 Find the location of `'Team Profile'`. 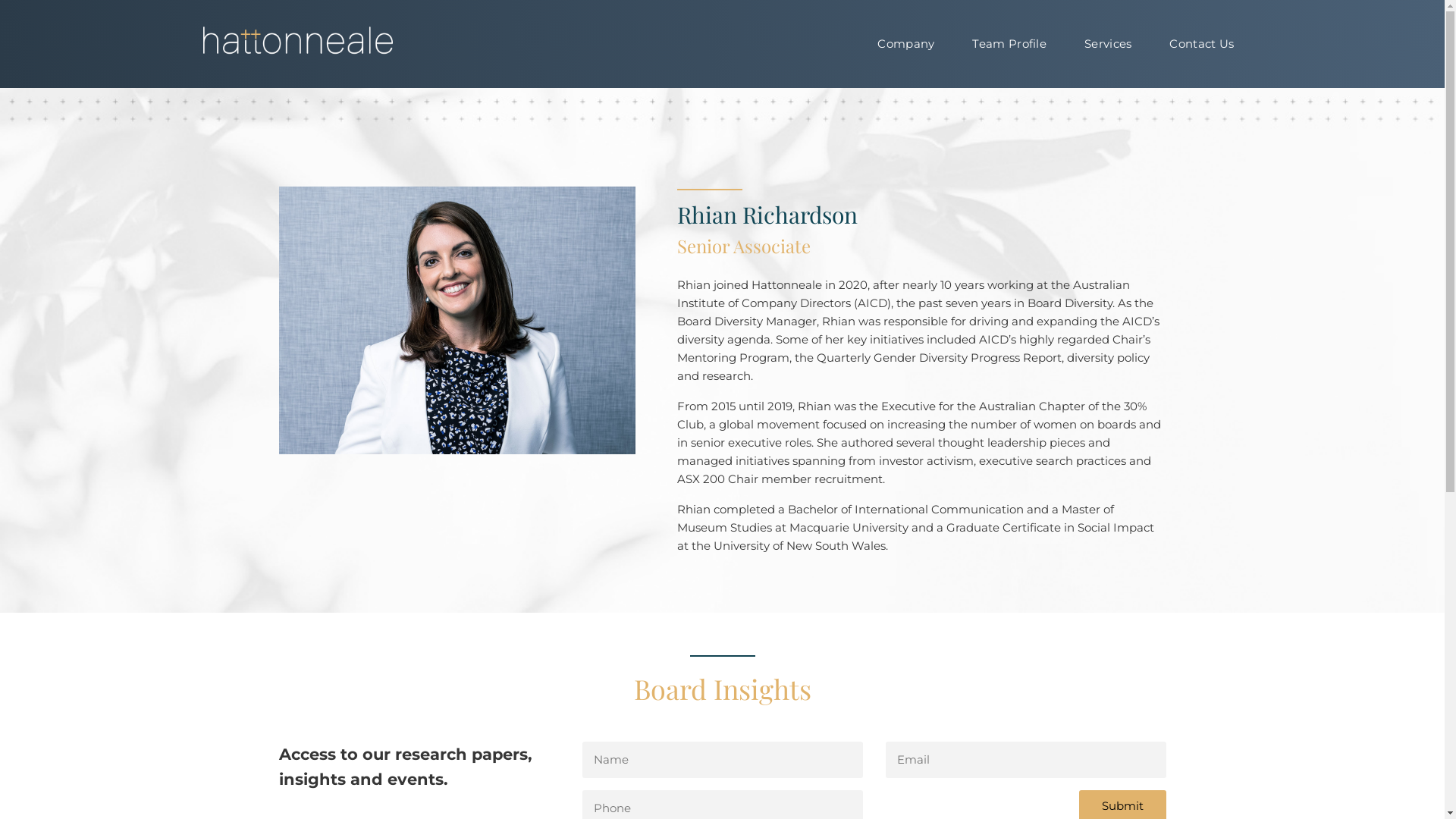

'Team Profile' is located at coordinates (1009, 42).